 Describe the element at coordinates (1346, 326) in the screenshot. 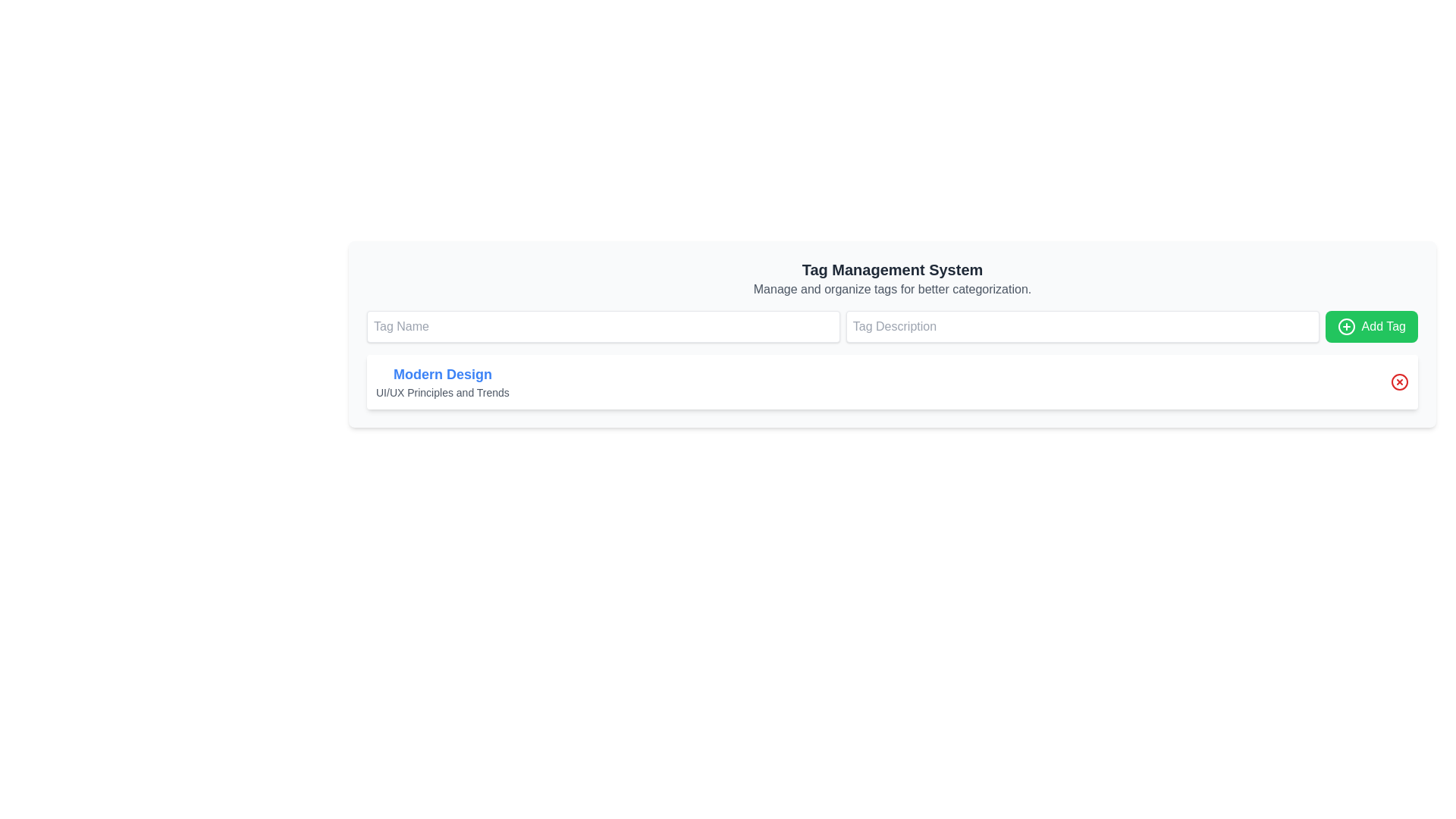

I see `the SVG graphic icon, which is a circle with a plus sign inside, located within the green 'Add Tag' button at the right end of a horizontal input field` at that location.